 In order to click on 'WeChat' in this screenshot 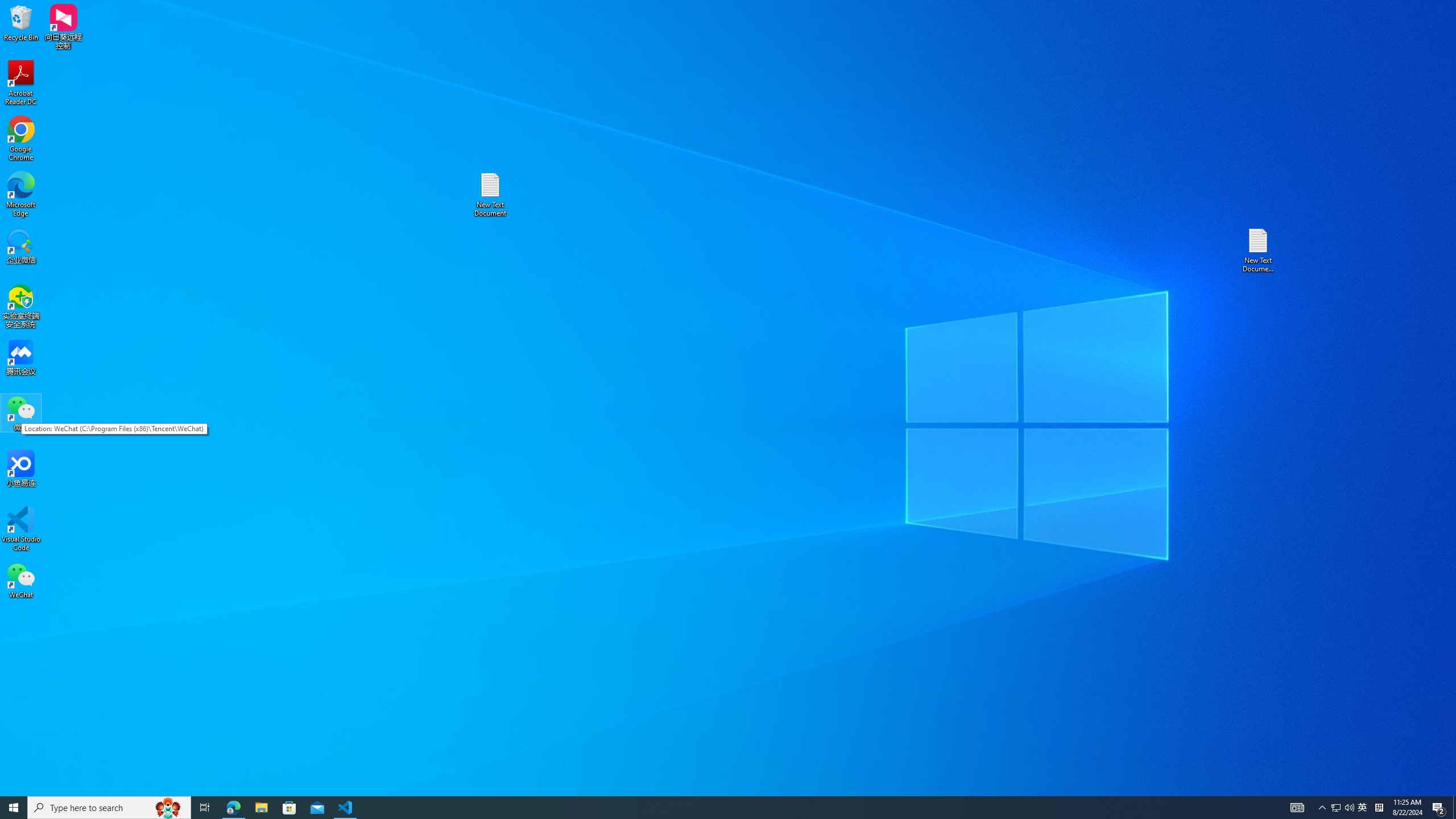, I will do `click(20, 580)`.